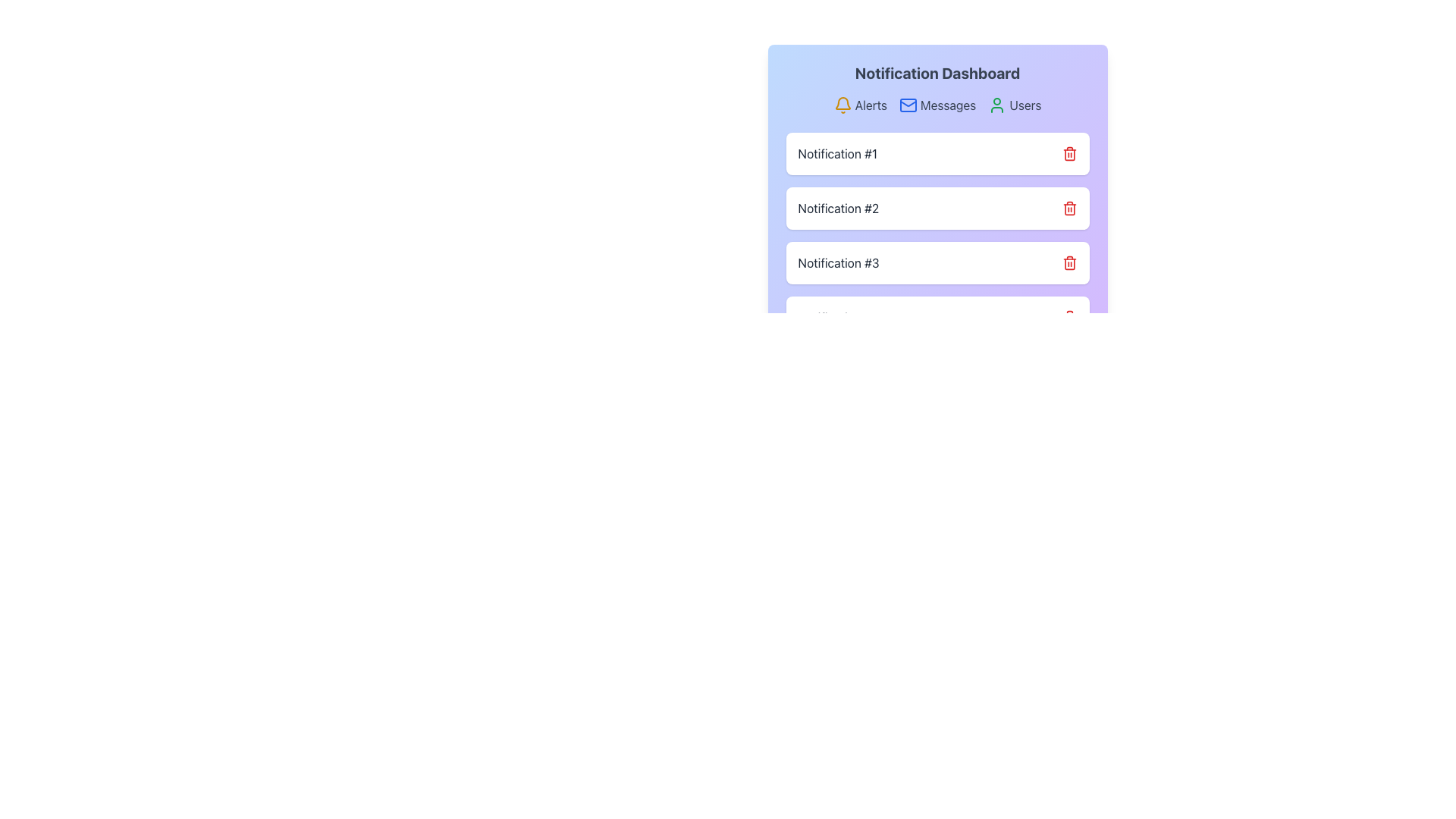 The width and height of the screenshot is (1456, 819). I want to click on the Navigation Button labeled 'Messages' with an envelope-shaped icon, so click(937, 104).